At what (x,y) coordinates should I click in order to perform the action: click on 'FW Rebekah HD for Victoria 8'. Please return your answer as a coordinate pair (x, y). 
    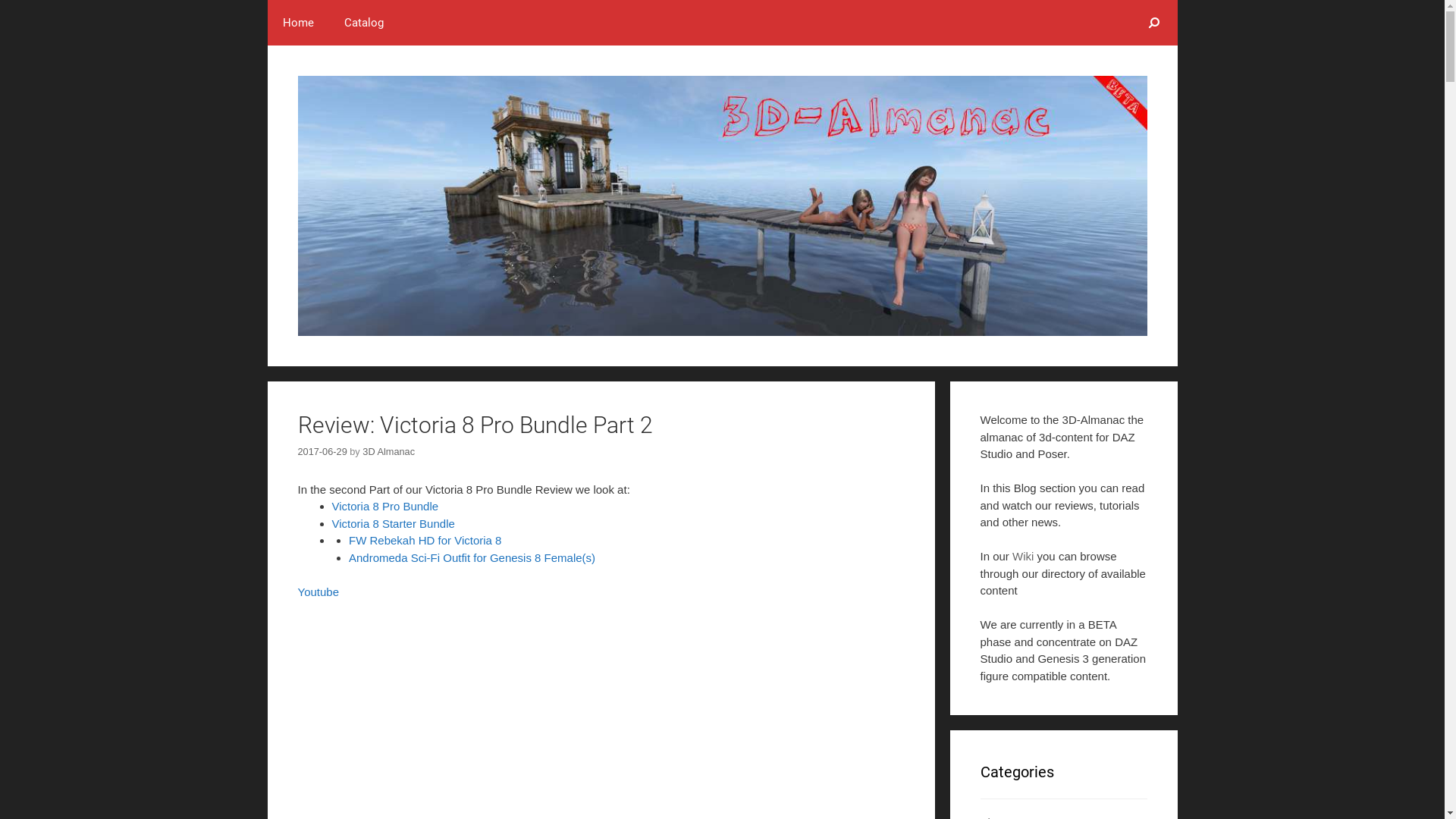
    Looking at the image, I should click on (425, 539).